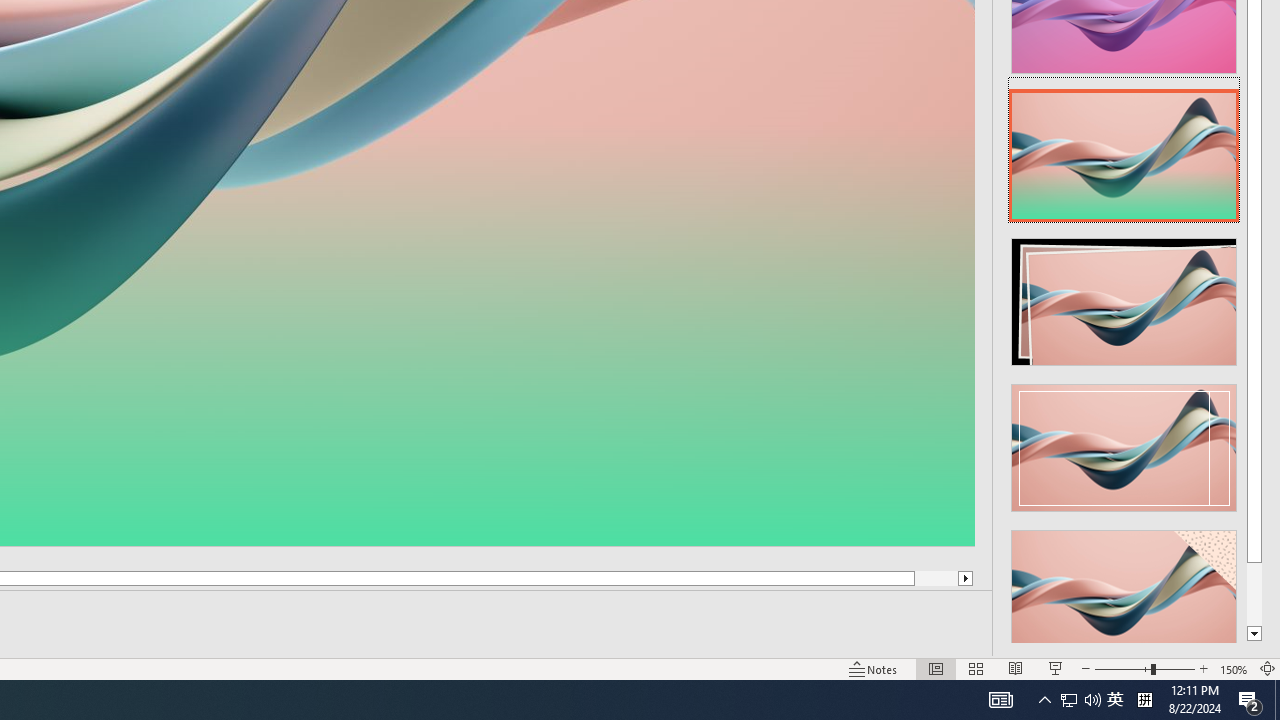 Image resolution: width=1280 pixels, height=720 pixels. What do you see at coordinates (1253, 634) in the screenshot?
I see `'Line down'` at bounding box center [1253, 634].